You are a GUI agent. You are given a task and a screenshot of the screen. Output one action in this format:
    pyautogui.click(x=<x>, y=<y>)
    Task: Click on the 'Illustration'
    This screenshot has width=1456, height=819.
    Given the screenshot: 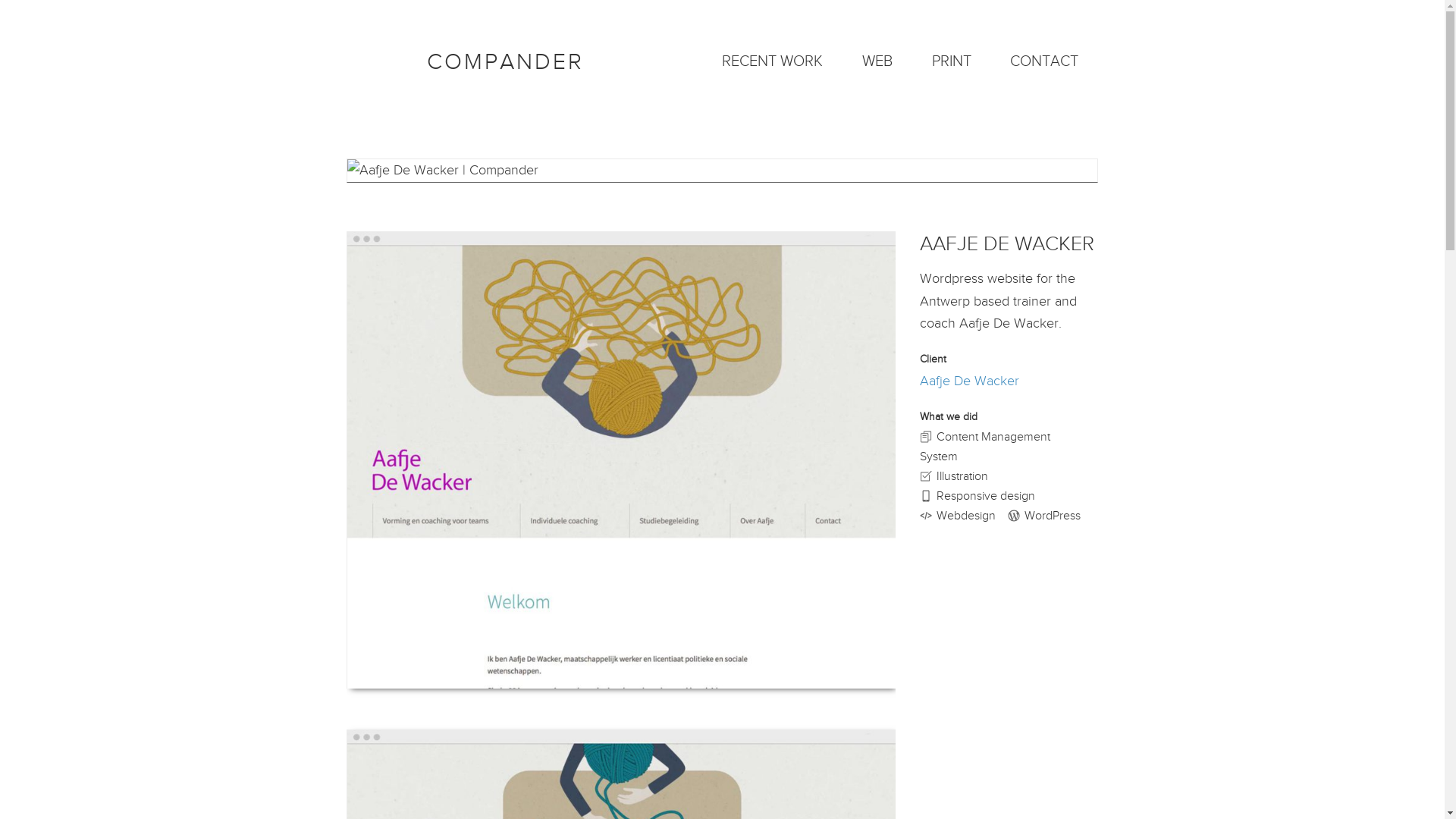 What is the action you would take?
    pyautogui.click(x=952, y=475)
    